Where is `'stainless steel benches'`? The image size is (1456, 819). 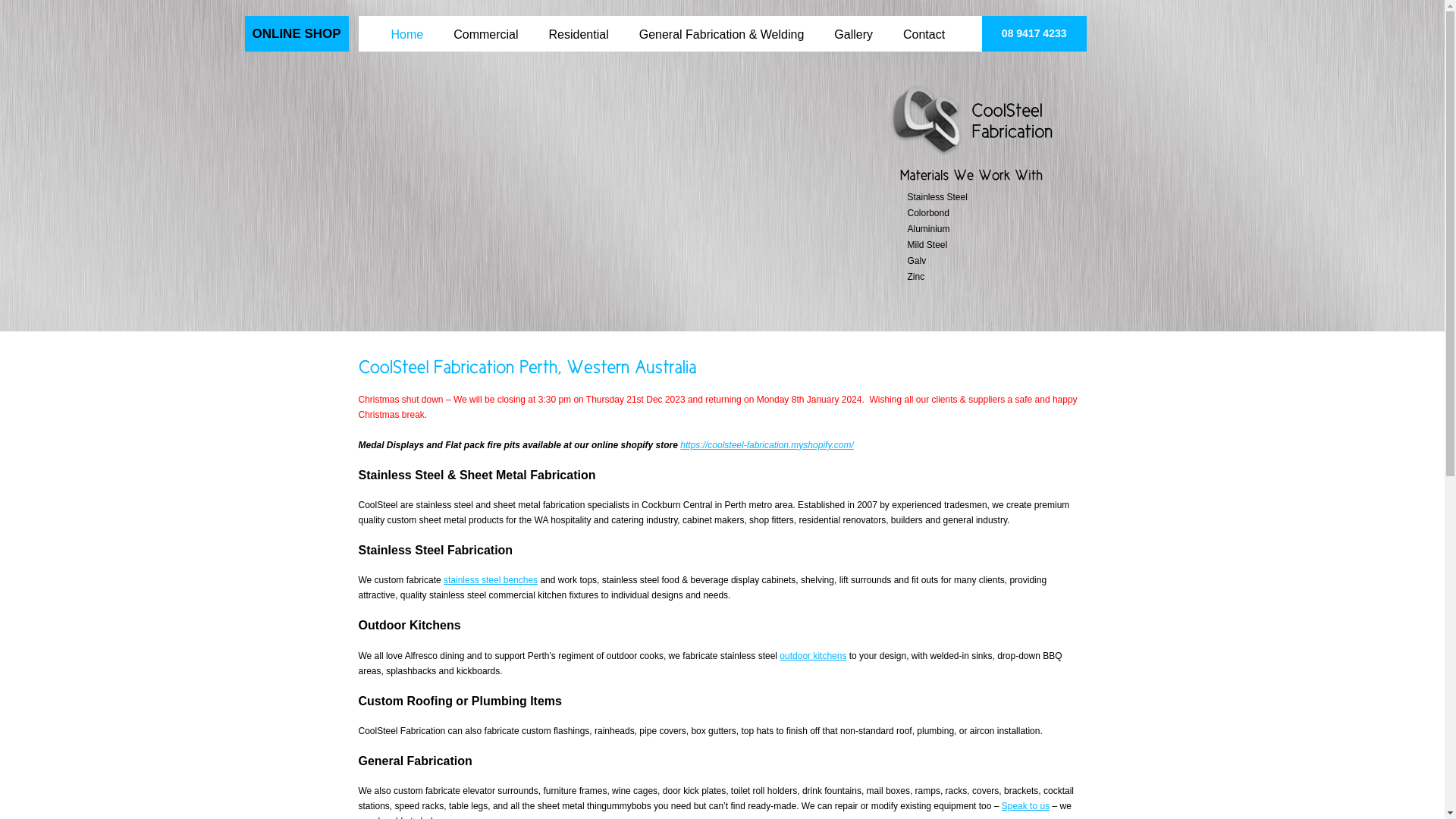
'stainless steel benches' is located at coordinates (491, 579).